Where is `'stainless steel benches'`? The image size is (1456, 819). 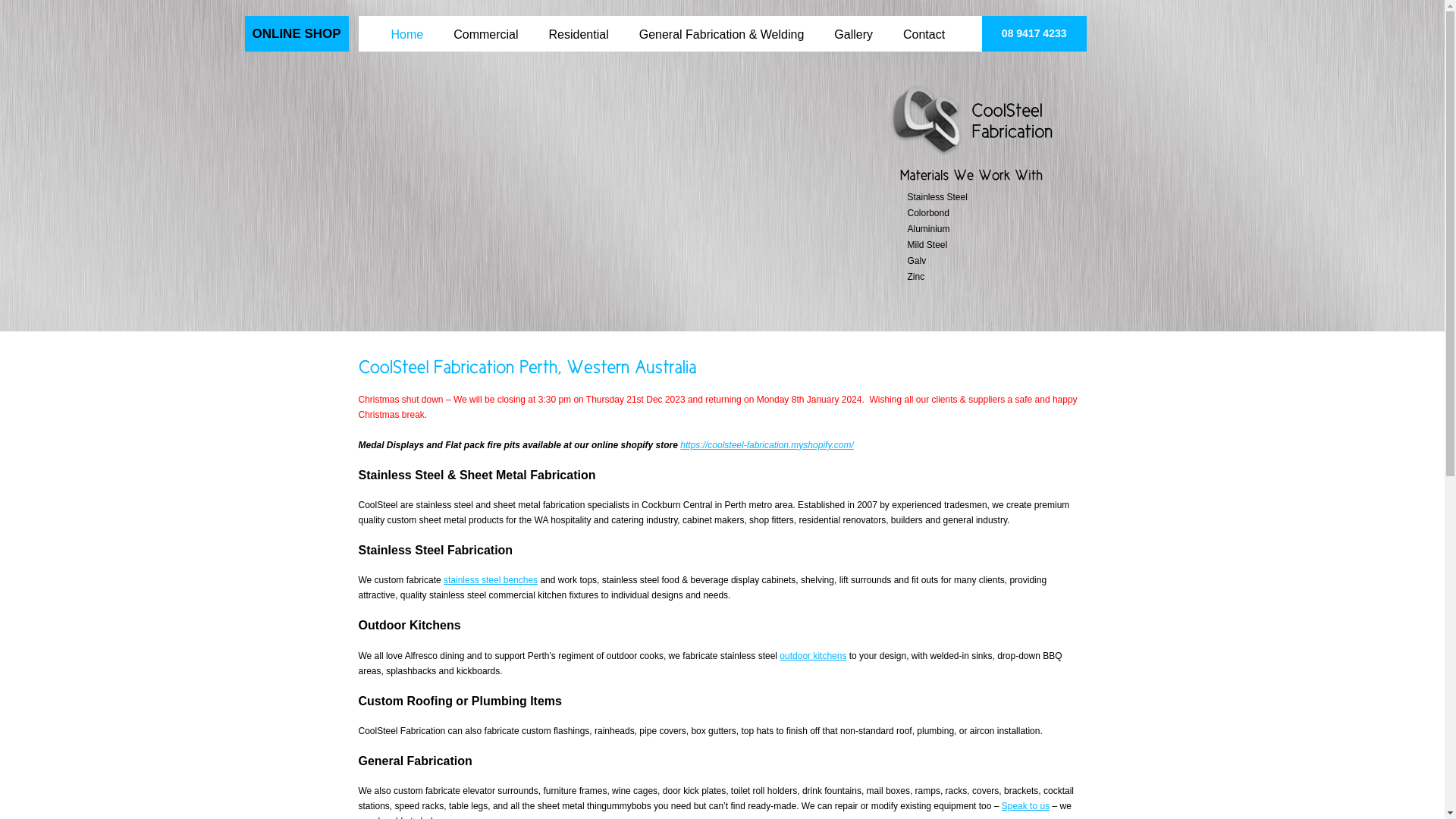
'stainless steel benches' is located at coordinates (491, 579).